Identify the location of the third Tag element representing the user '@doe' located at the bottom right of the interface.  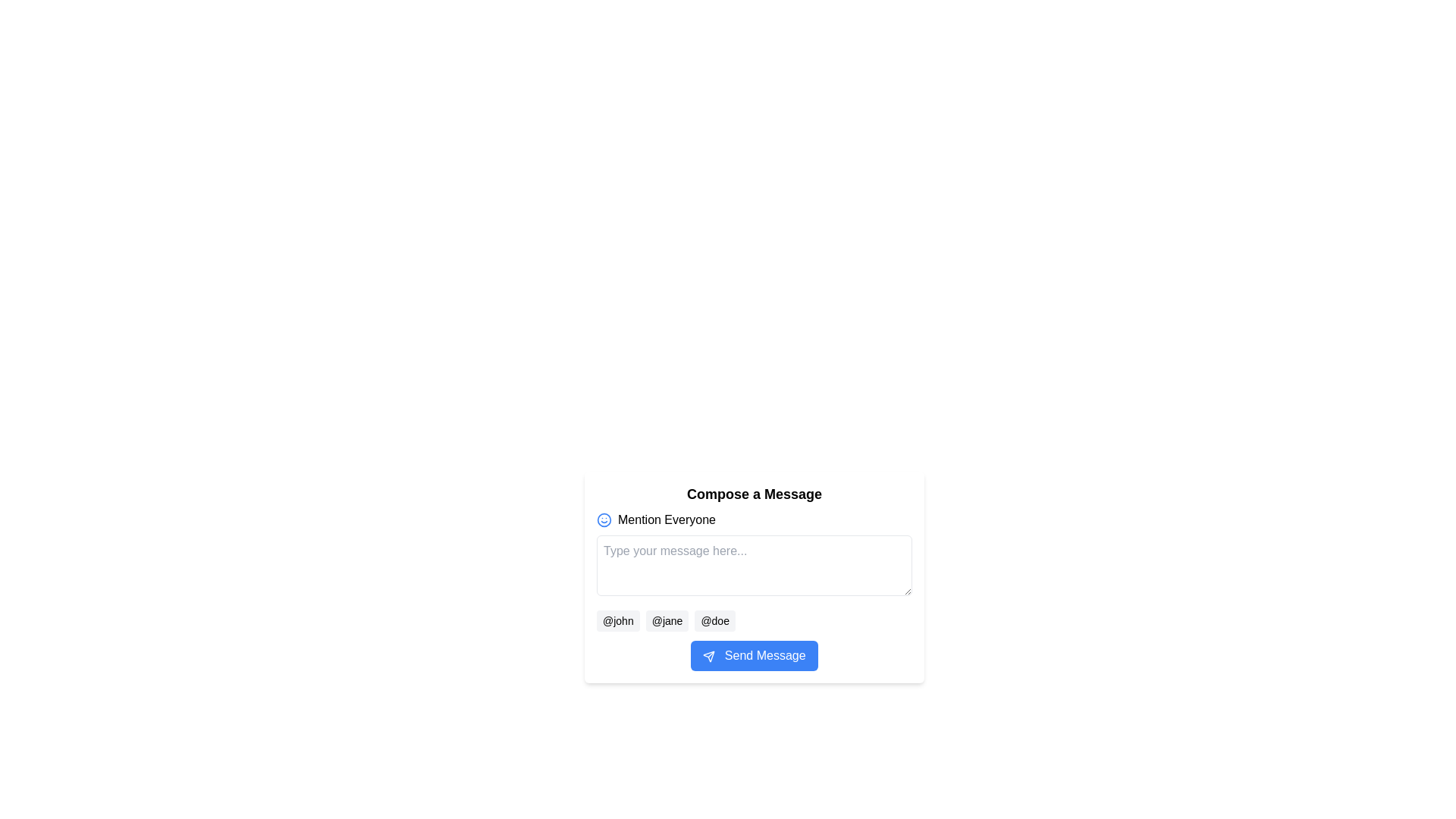
(714, 620).